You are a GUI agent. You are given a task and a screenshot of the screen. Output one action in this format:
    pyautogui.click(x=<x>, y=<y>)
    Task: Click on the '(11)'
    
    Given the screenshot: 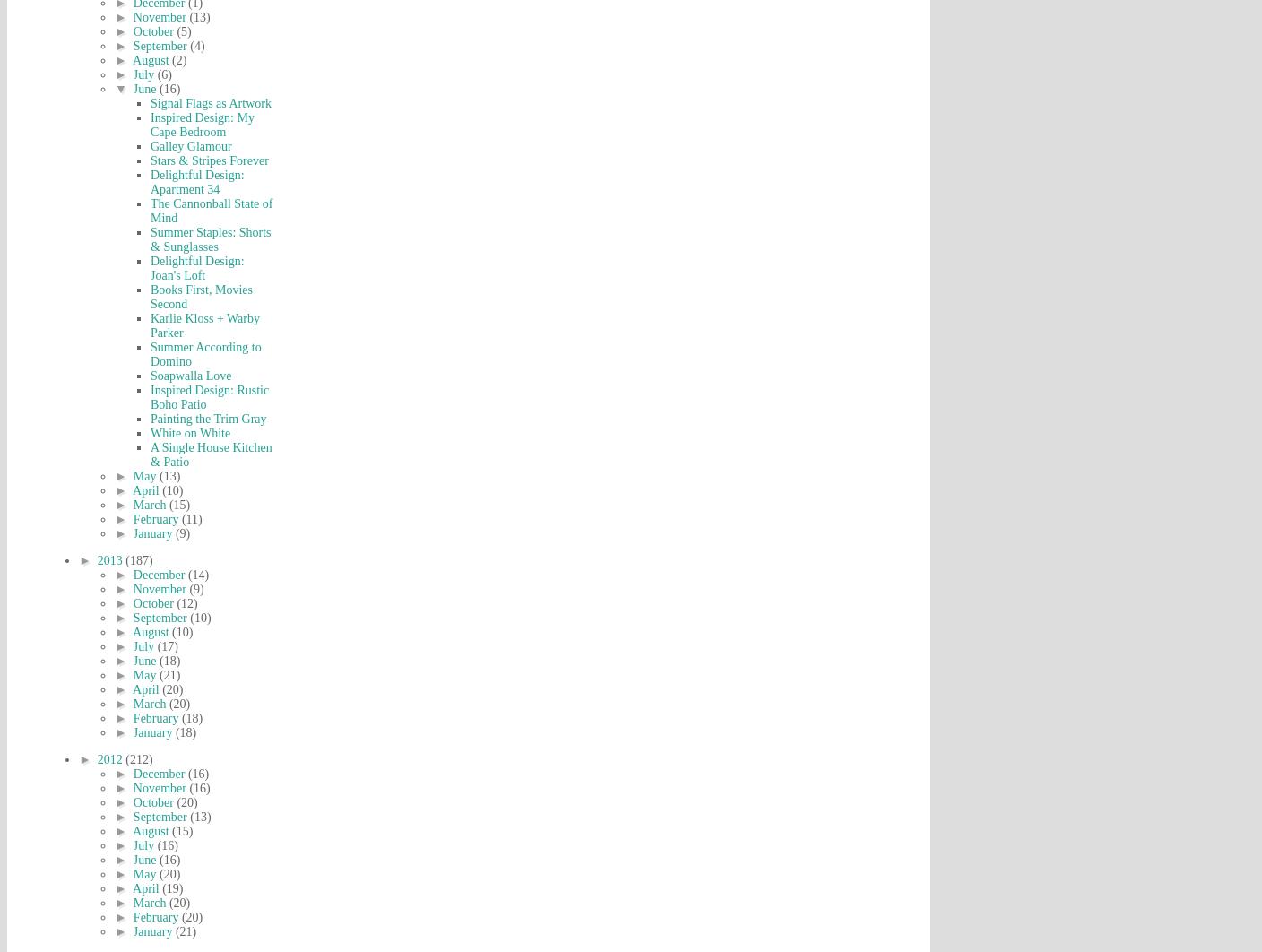 What is the action you would take?
    pyautogui.click(x=190, y=519)
    